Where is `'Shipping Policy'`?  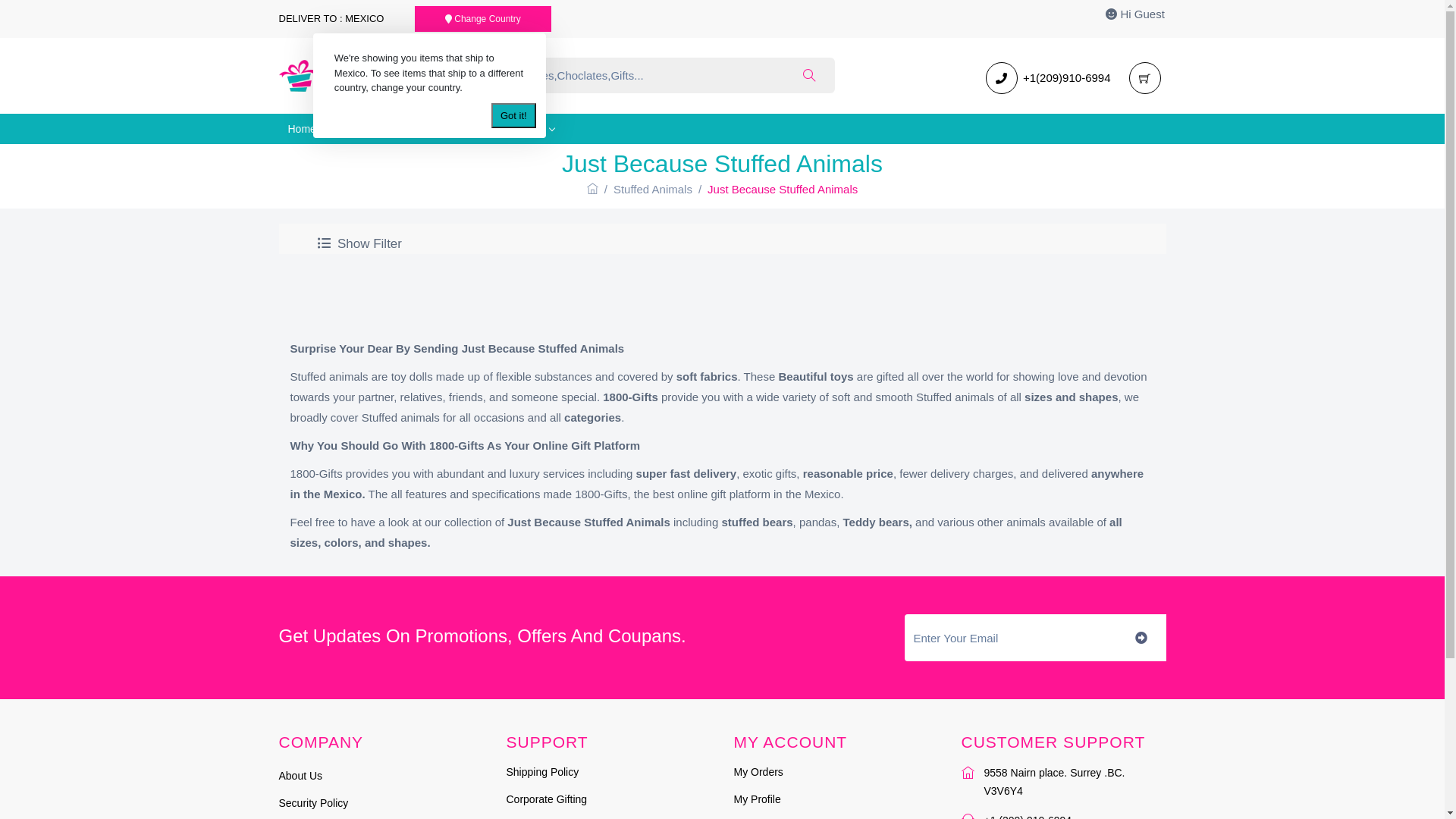 'Shipping Policy' is located at coordinates (542, 772).